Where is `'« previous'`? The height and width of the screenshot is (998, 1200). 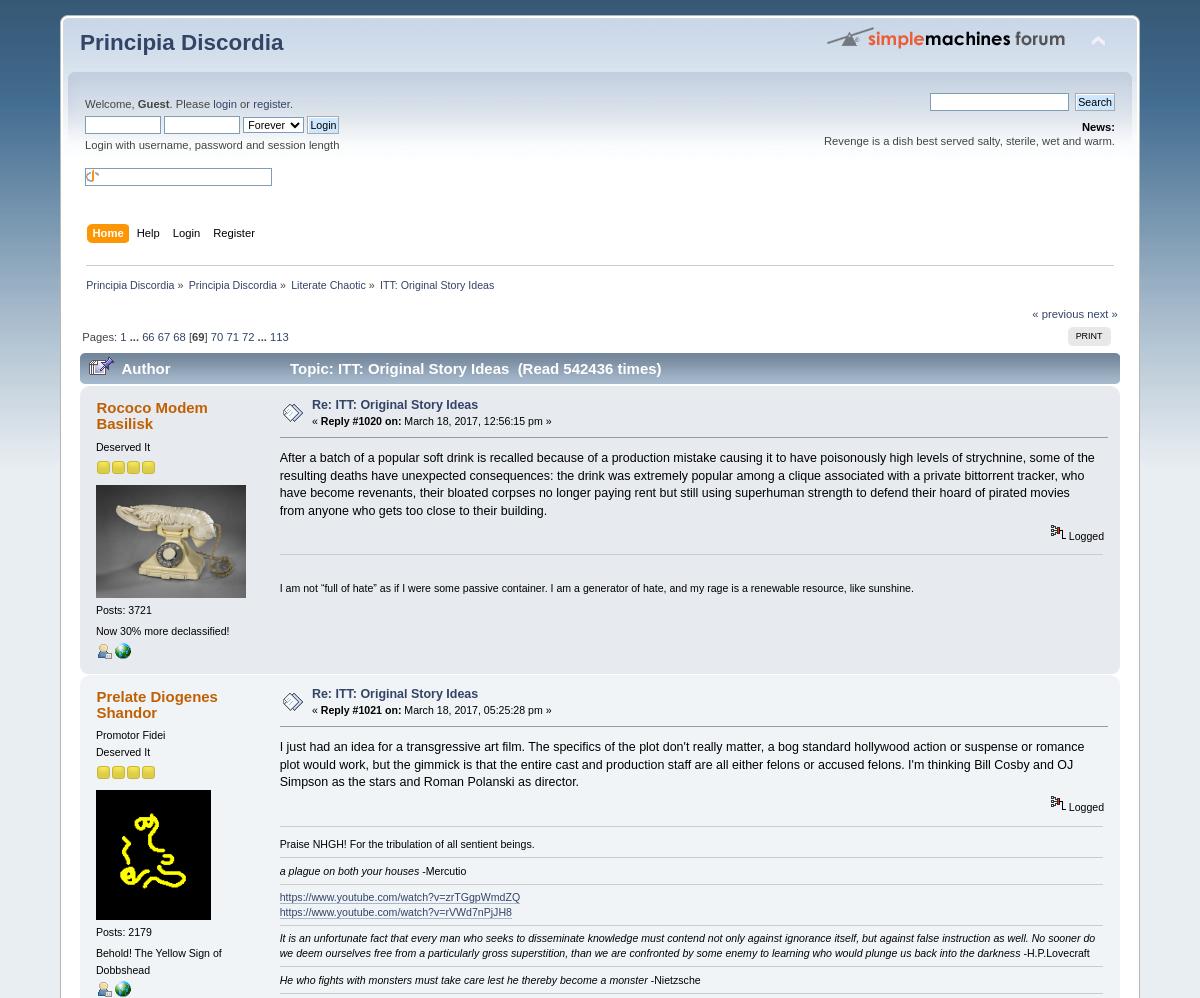 '« previous' is located at coordinates (1057, 313).